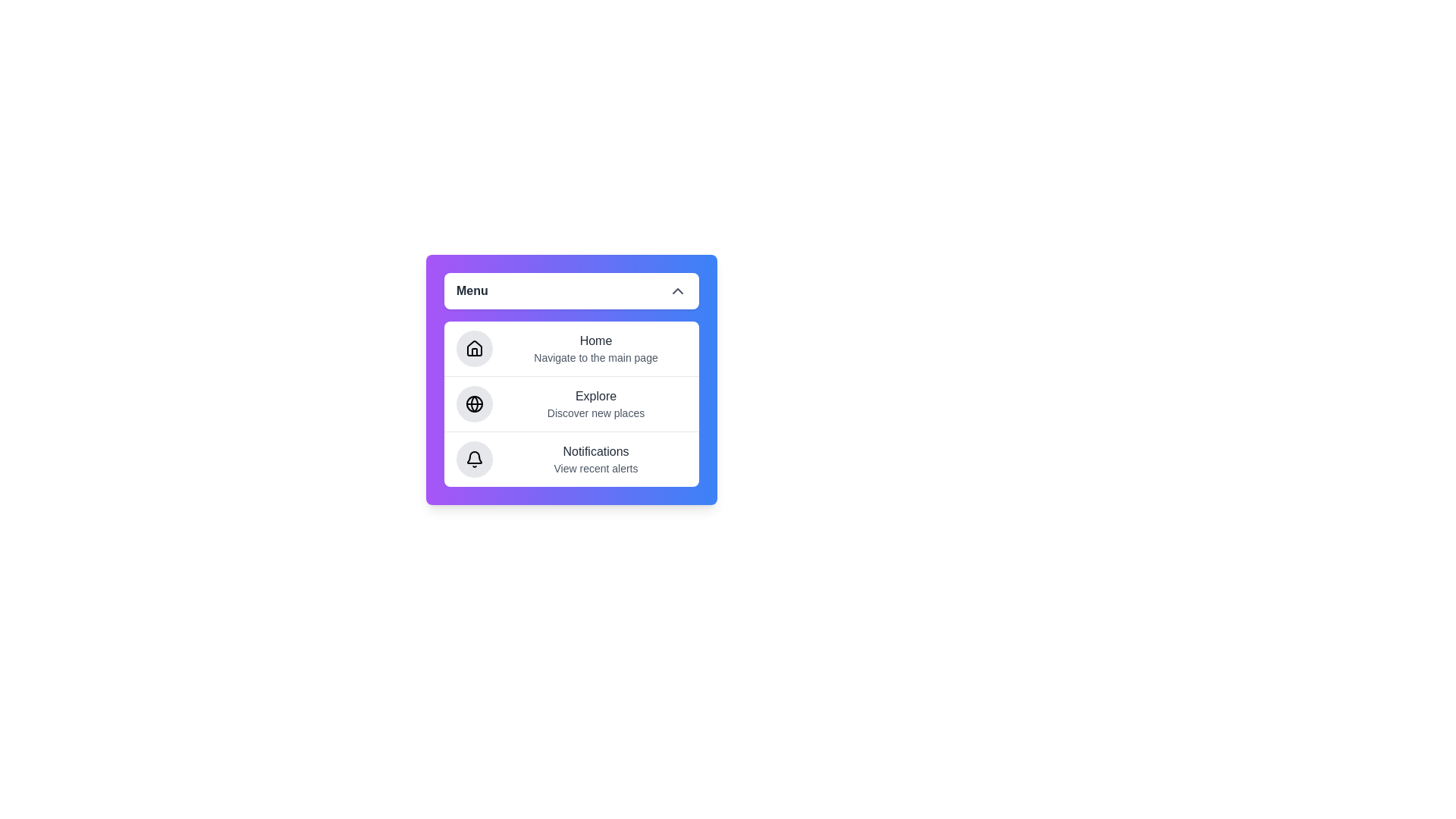 This screenshot has width=1456, height=819. I want to click on the menu option Explore to see the background change, so click(570, 403).